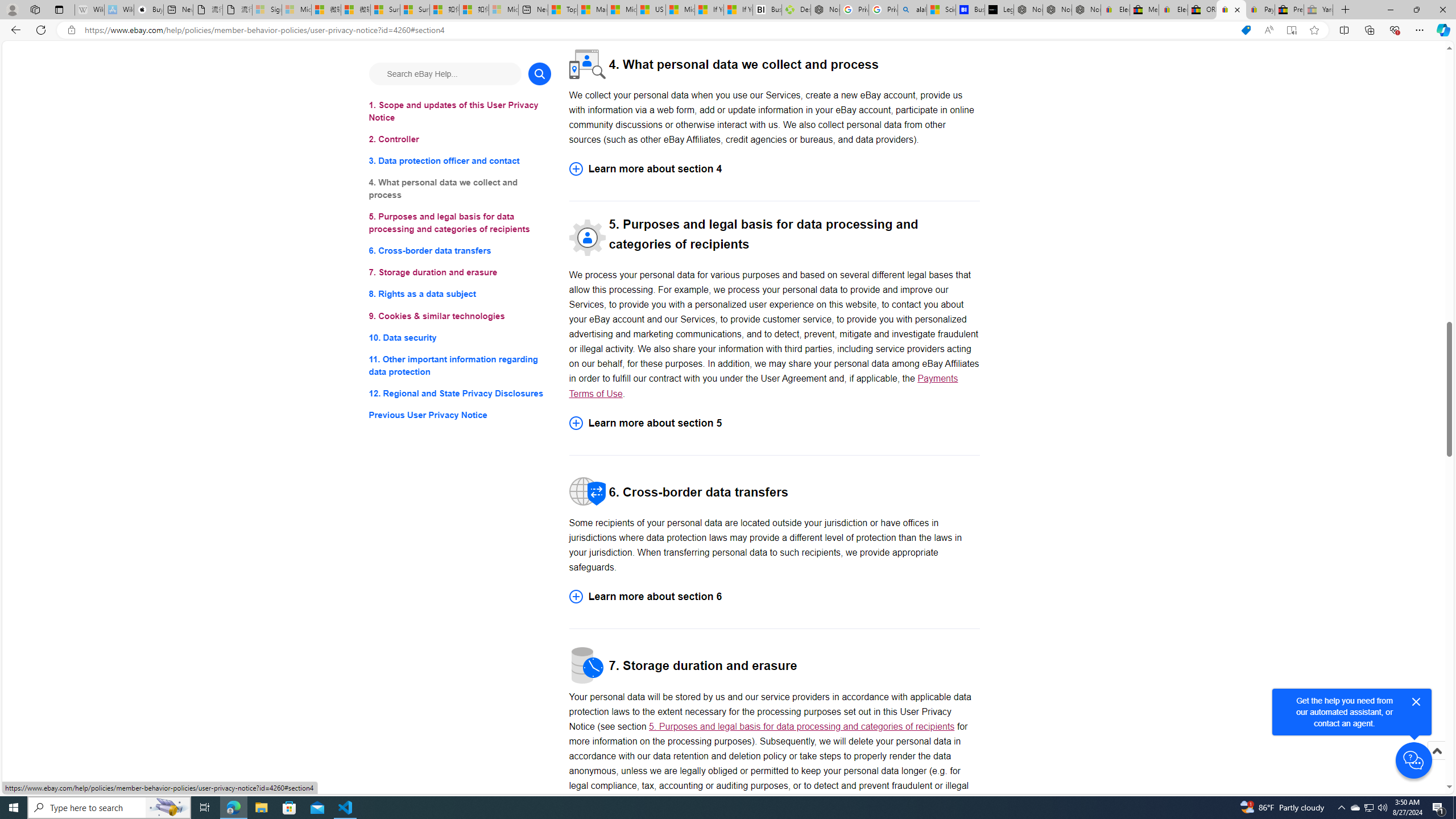  Describe the element at coordinates (562, 9) in the screenshot. I see `'Top Stories - MSN'` at that location.